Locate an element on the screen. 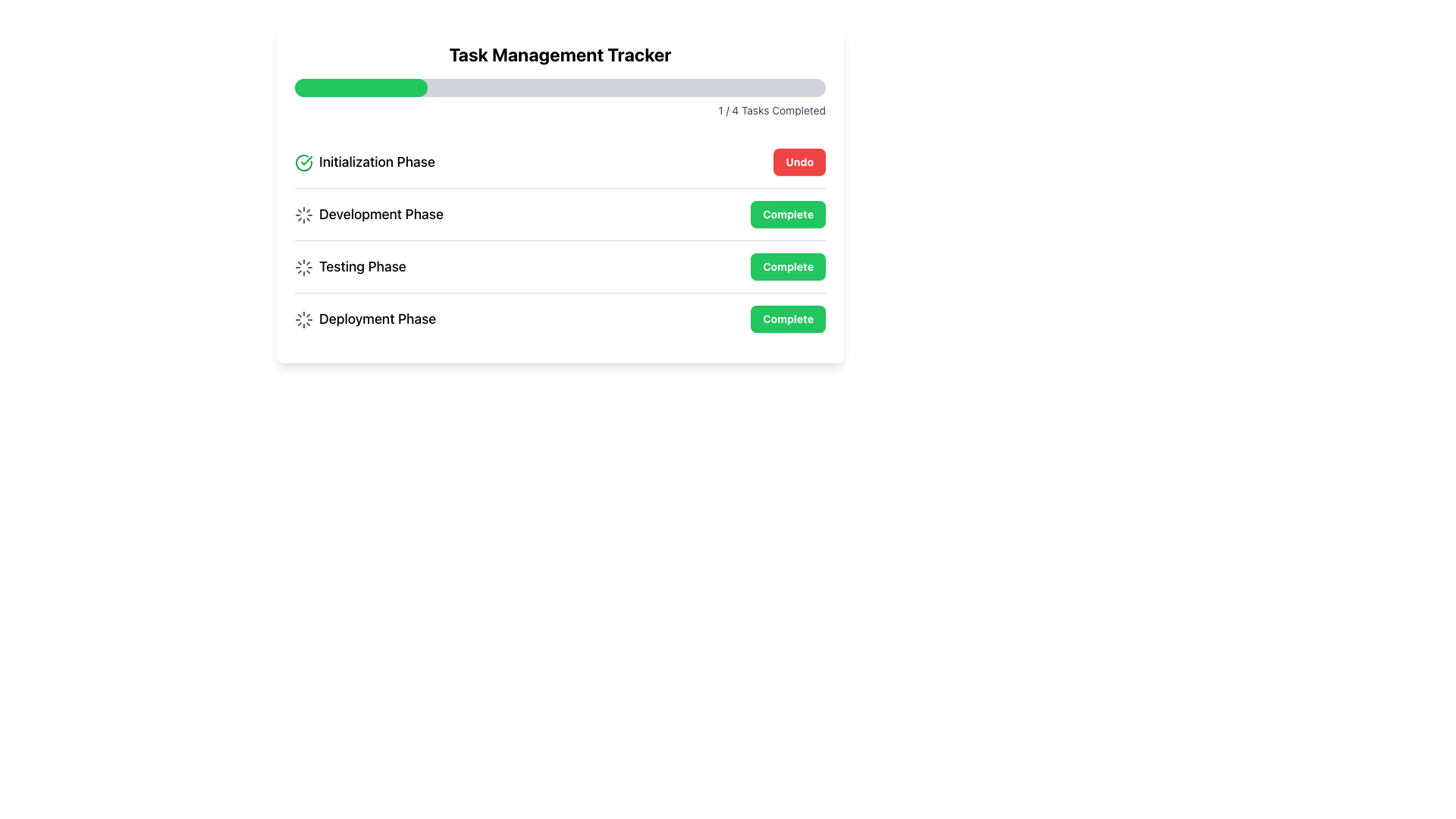 The image size is (1456, 819). the 'Testing Phase' text label with an associated icon, which is the third item in a vertical task list, positioned between 'Development Phase' and 'Deployment Phase' is located at coordinates (350, 265).